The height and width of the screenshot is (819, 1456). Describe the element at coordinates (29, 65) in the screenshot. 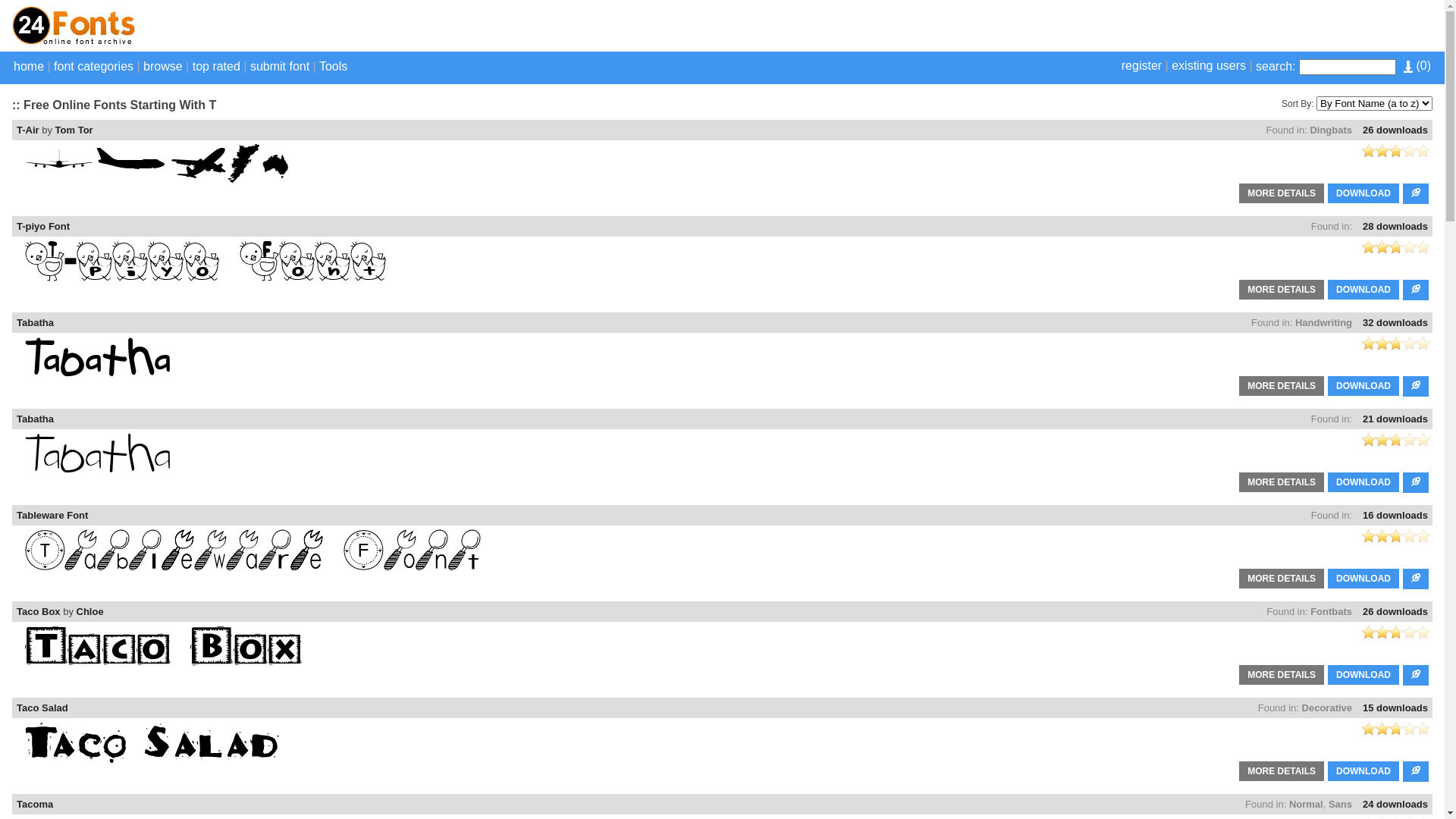

I see `'home'` at that location.